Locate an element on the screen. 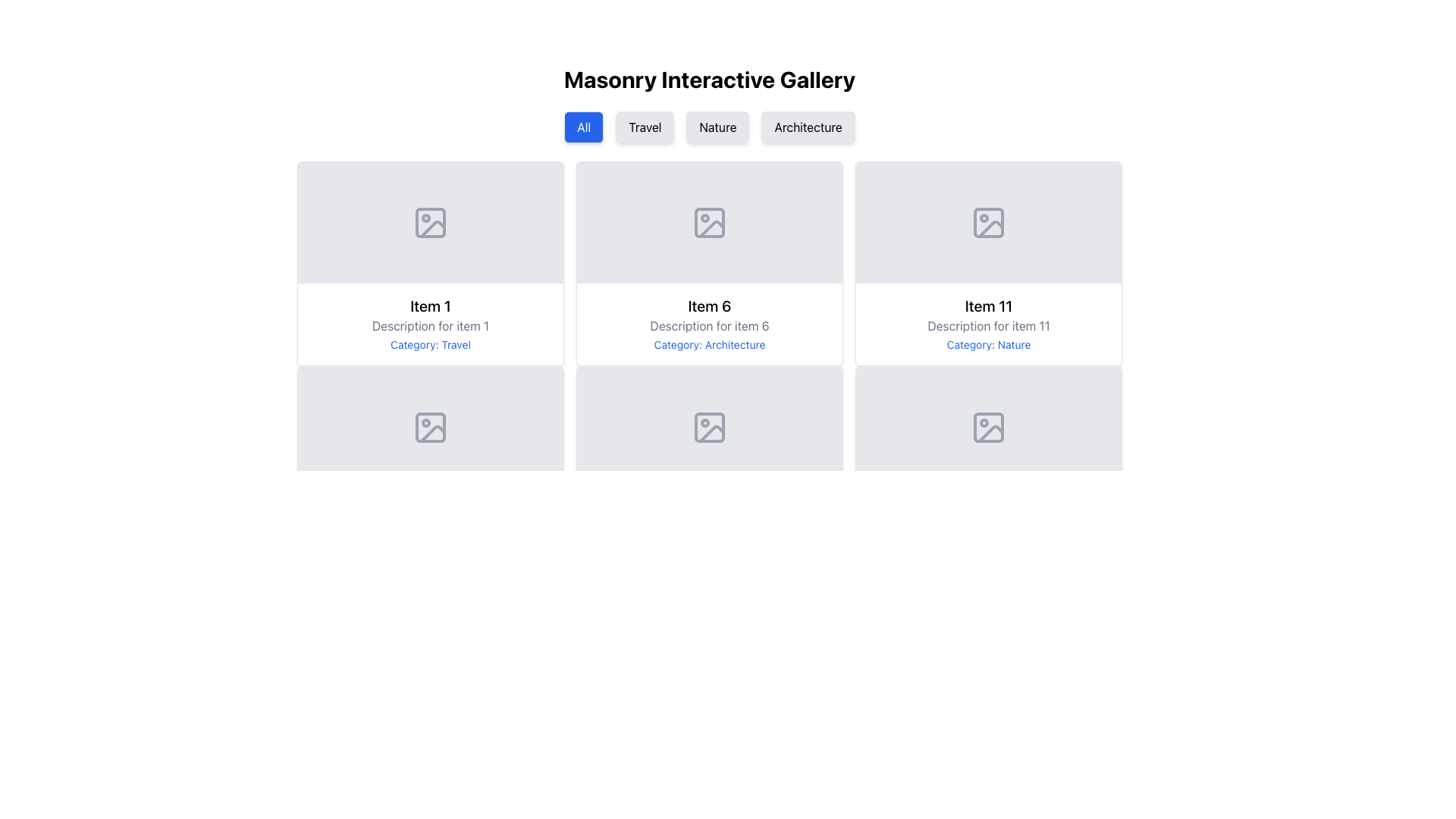 The width and height of the screenshot is (1456, 819). the triangle-like graphic detail within the SVG icon located in the bottom right image placeholder of the grid layout, specifically in the third image slot of the last row is located at coordinates (990, 433).